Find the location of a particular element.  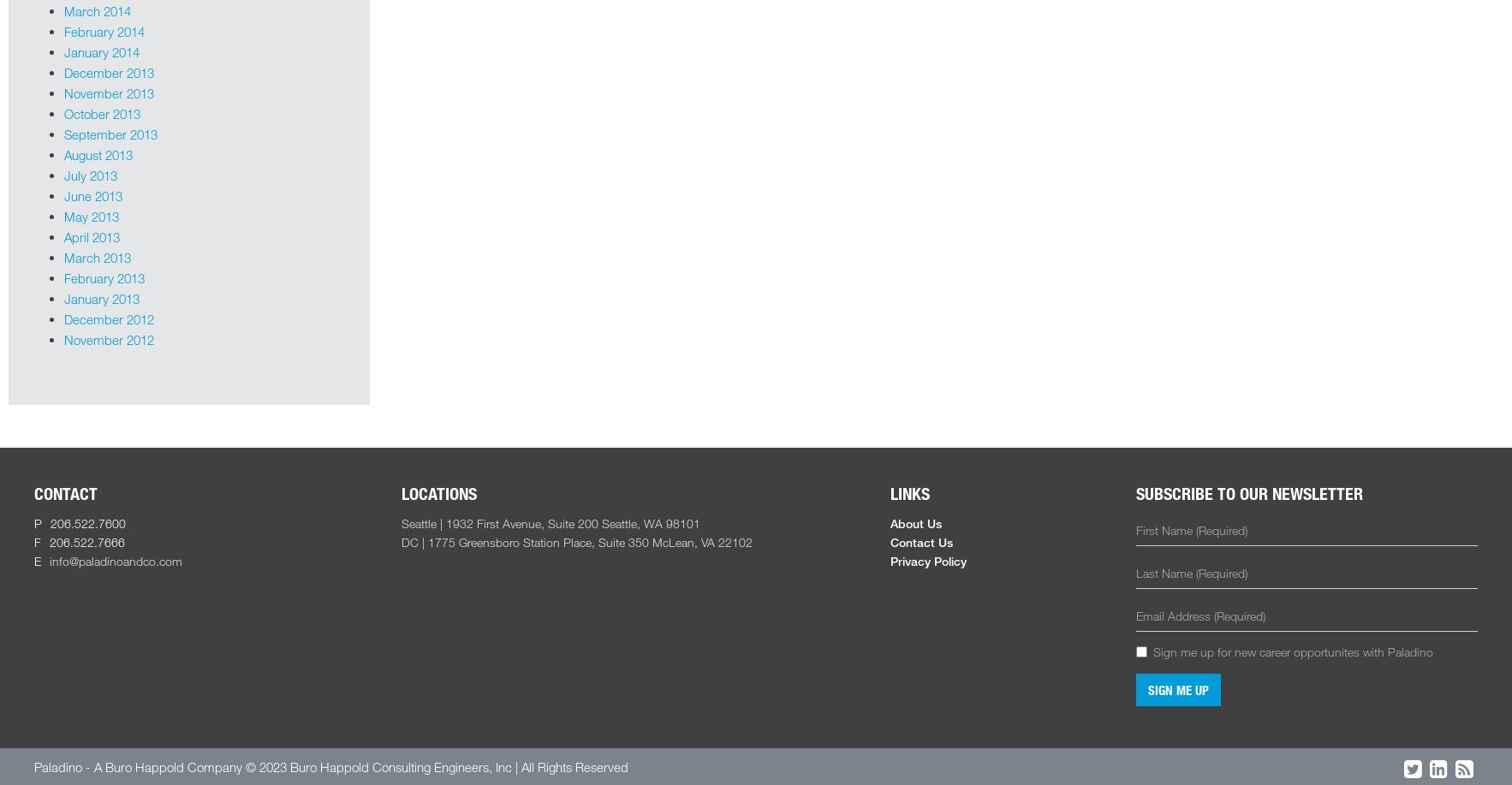

'September 2013' is located at coordinates (110, 133).